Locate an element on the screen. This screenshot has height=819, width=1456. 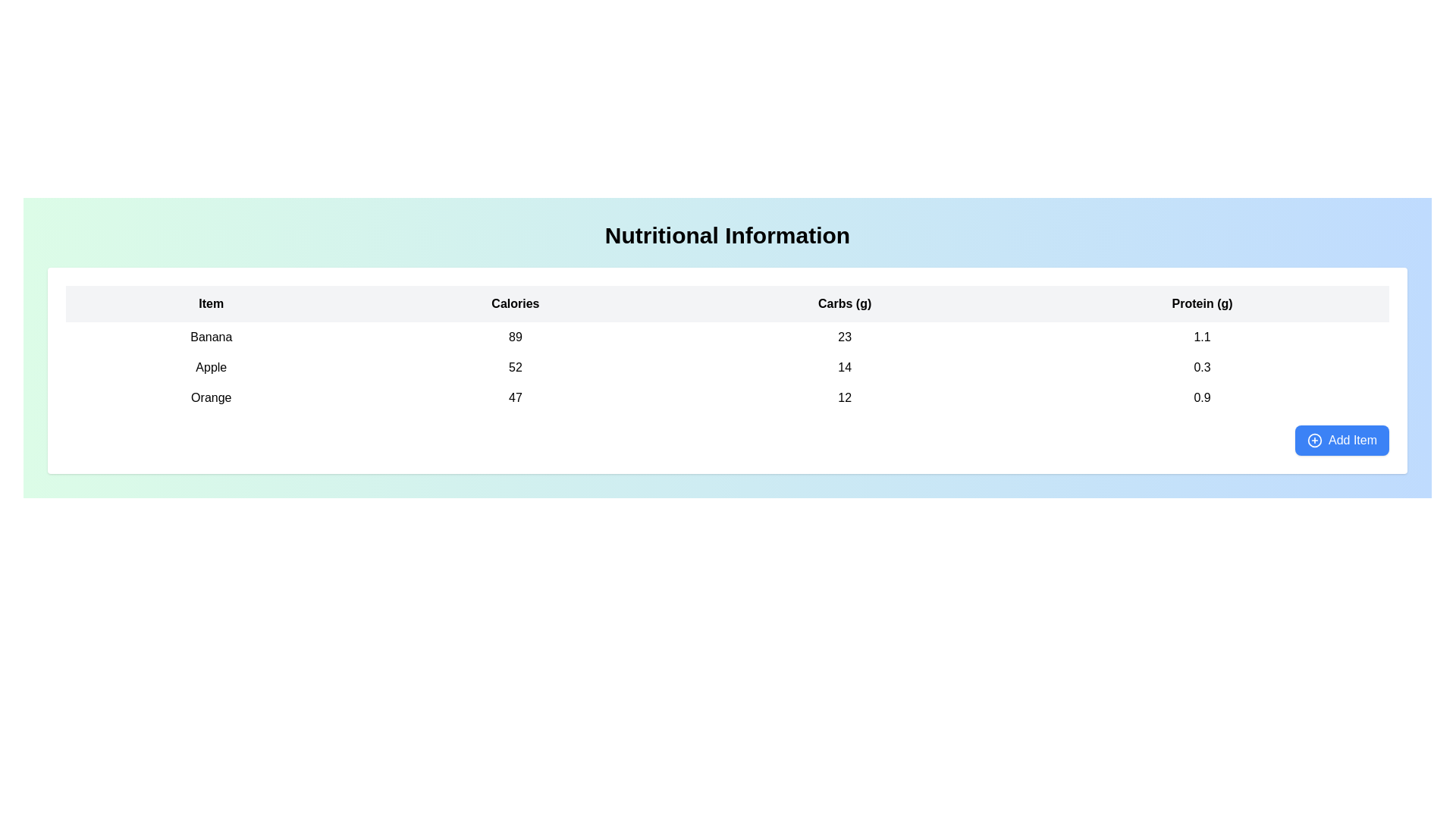
the informational text label displaying the protein content for the 'Banana' row in grams, located in the 'Protein (g)' column of the nutritional information table is located at coordinates (1201, 336).